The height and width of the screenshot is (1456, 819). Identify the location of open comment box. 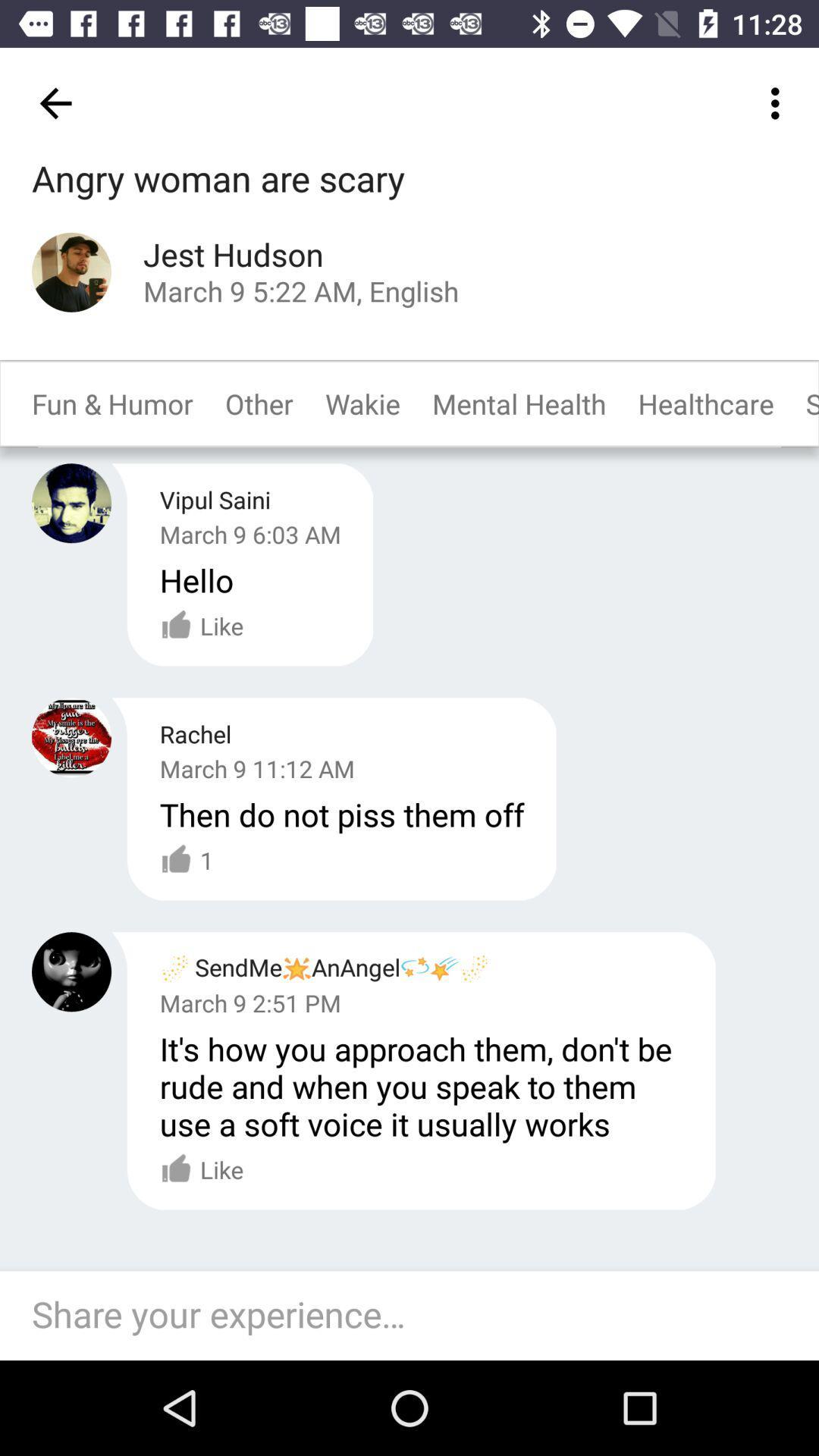
(417, 1315).